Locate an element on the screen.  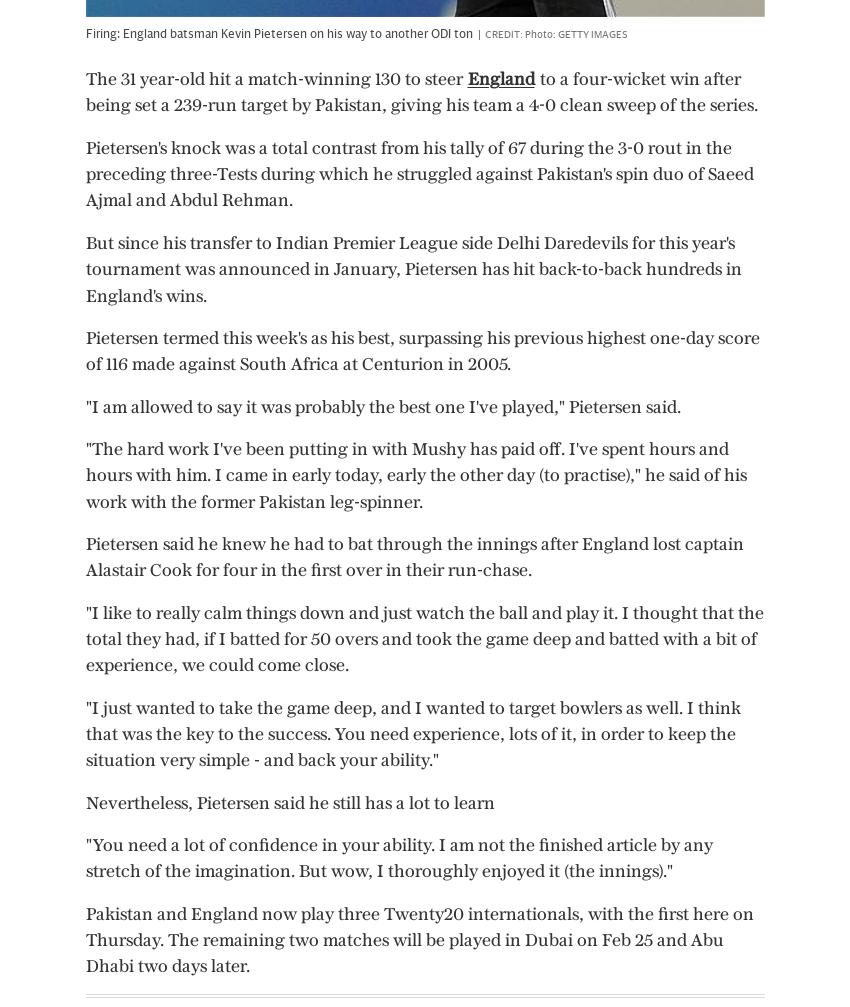
'Andrew Buncombe' is located at coordinates (376, 639).